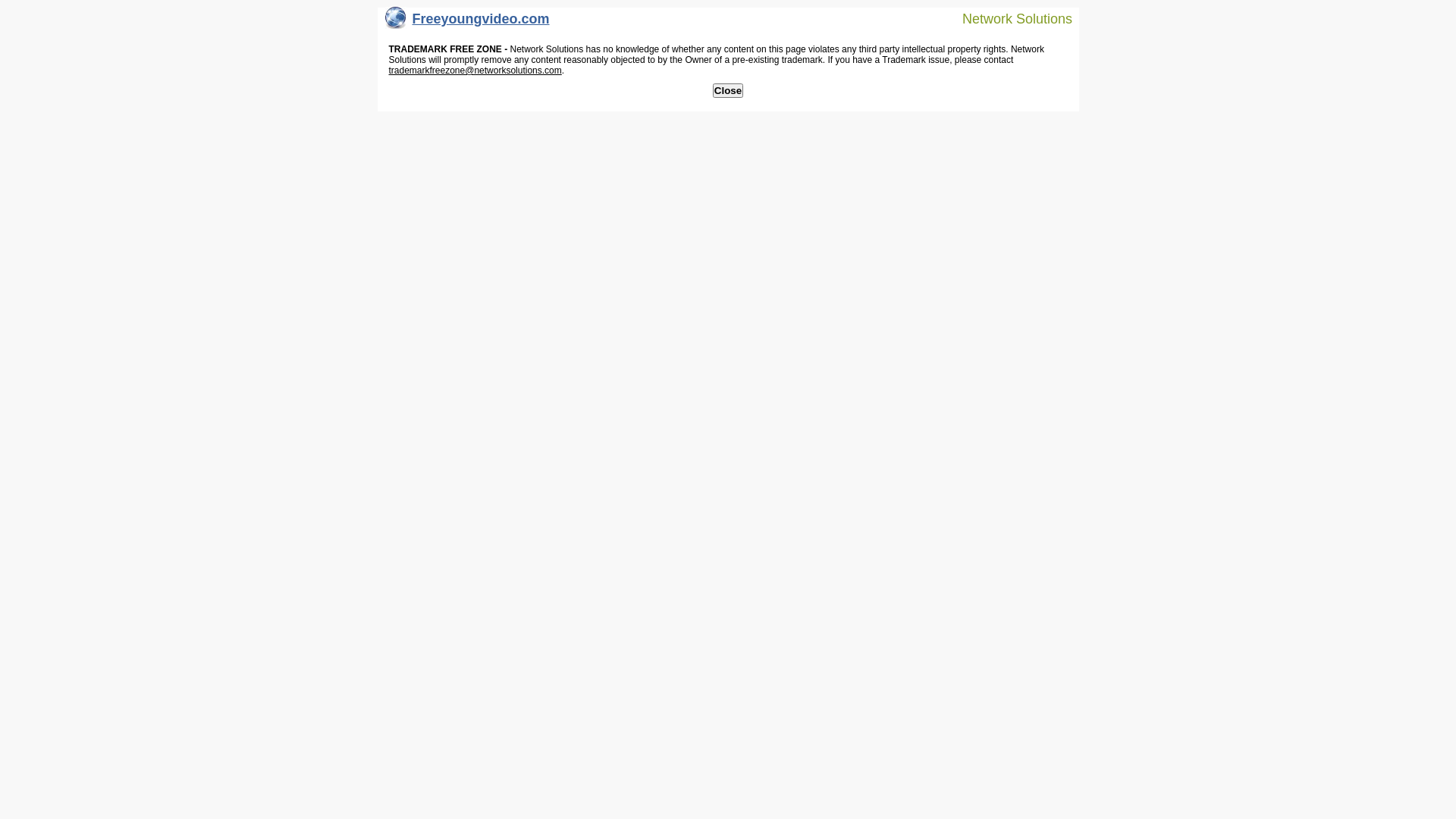  I want to click on 'trademarkfreezone@networksolutions.com', so click(473, 70).